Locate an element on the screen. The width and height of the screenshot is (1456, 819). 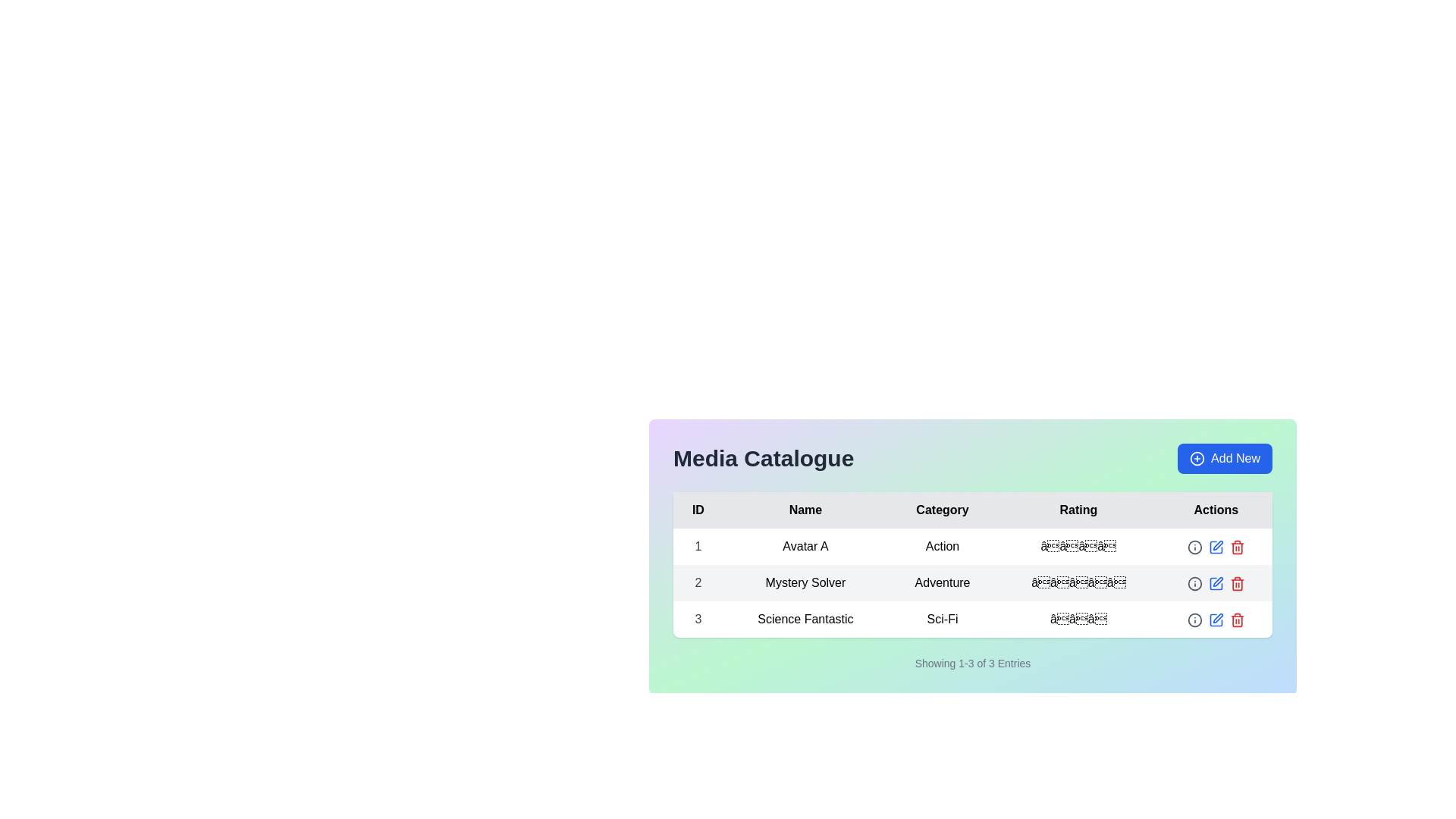
the text label that reads 'Showing 1-3 of 3 Entries', which is styled with a gray font color and located at the lower portion of the interface, just below the media catalog table is located at coordinates (972, 663).